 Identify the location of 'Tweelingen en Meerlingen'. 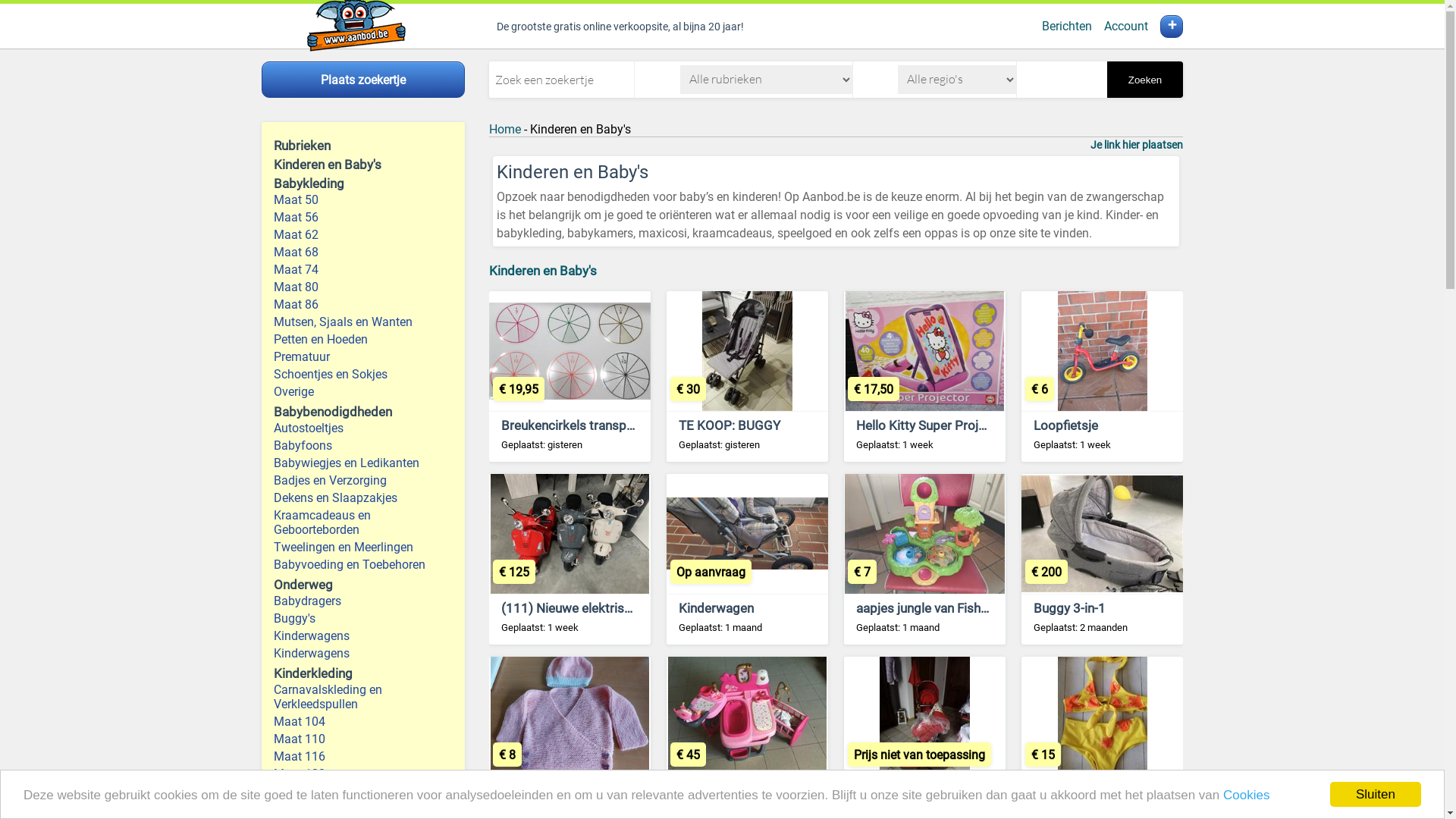
(362, 547).